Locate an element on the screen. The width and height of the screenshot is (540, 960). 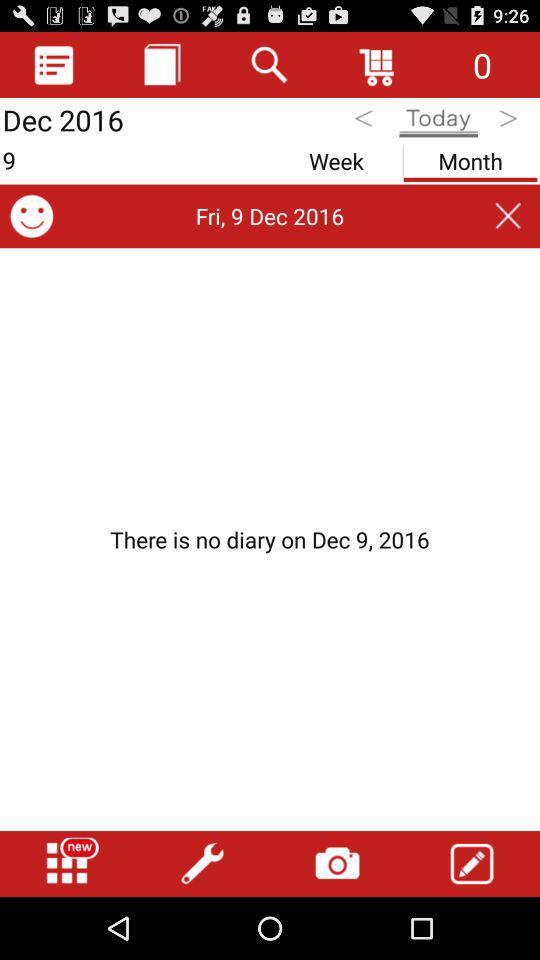
take photo button is located at coordinates (337, 863).